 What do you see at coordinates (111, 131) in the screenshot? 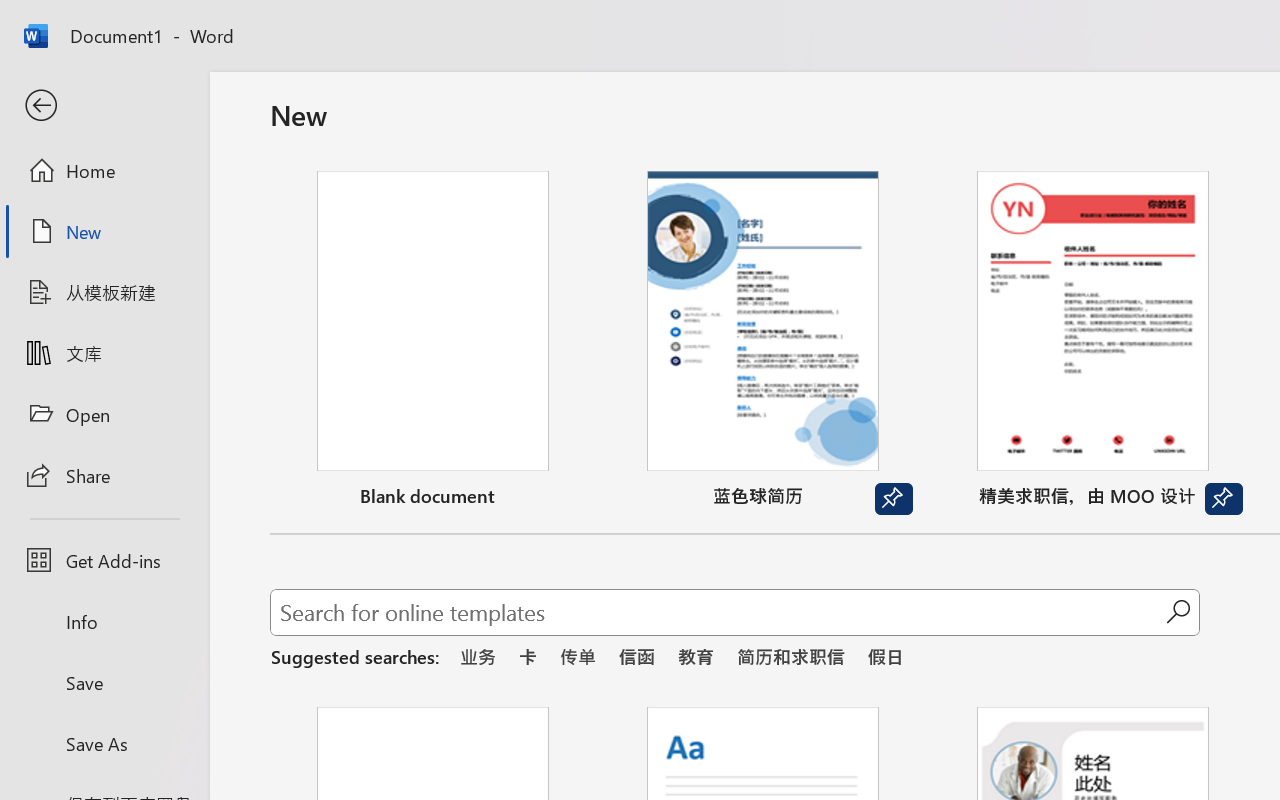
I see `'Google Play logo'` at bounding box center [111, 131].